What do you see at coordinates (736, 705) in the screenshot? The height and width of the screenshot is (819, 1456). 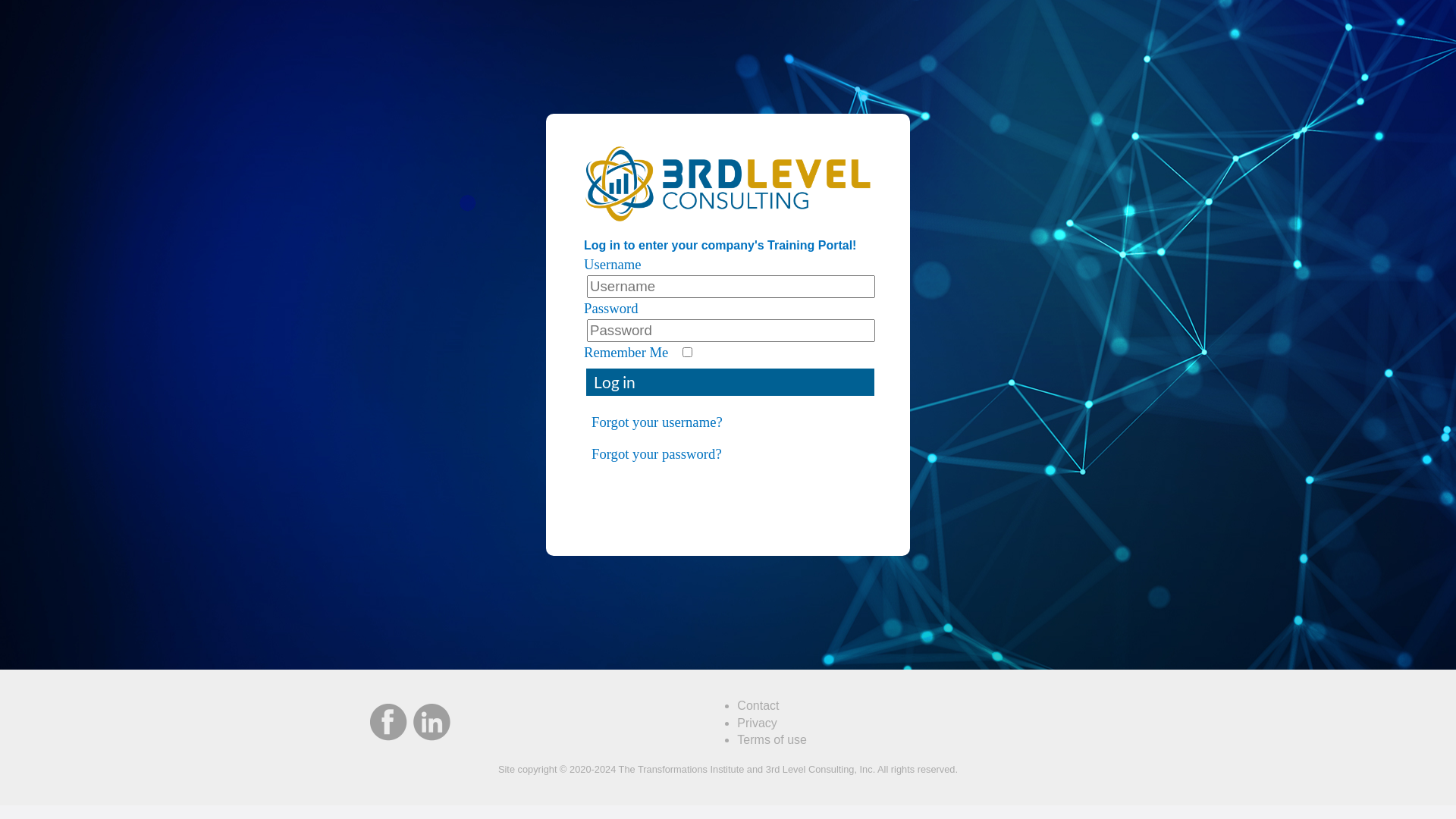 I see `'Contact'` at bounding box center [736, 705].